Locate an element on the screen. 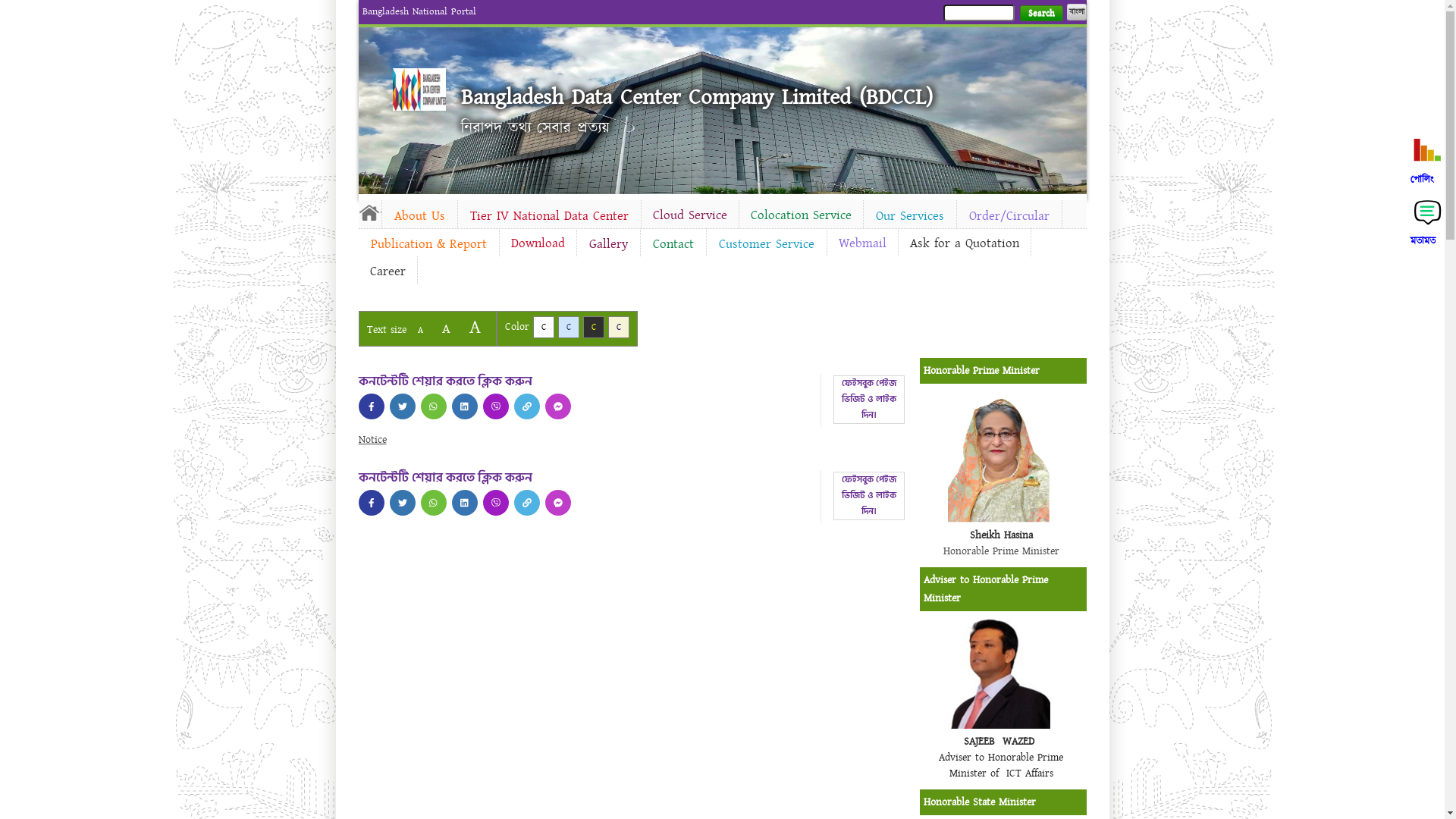  'Ask for a Quotation' is located at coordinates (963, 242).